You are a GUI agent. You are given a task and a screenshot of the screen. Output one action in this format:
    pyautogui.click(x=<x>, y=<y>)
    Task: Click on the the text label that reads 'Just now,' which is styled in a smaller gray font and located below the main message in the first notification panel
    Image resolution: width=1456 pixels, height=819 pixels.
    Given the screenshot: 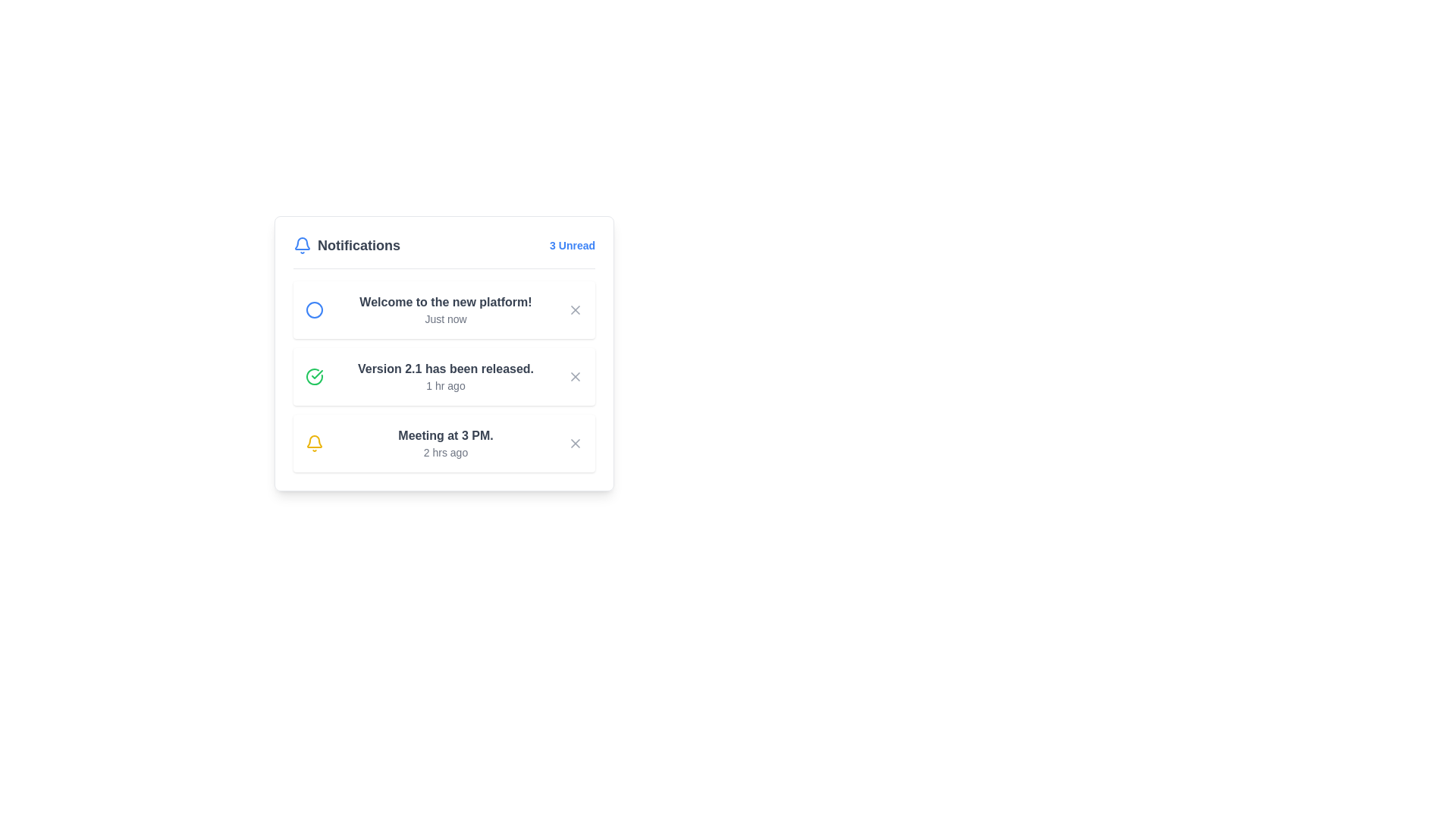 What is the action you would take?
    pyautogui.click(x=445, y=318)
    